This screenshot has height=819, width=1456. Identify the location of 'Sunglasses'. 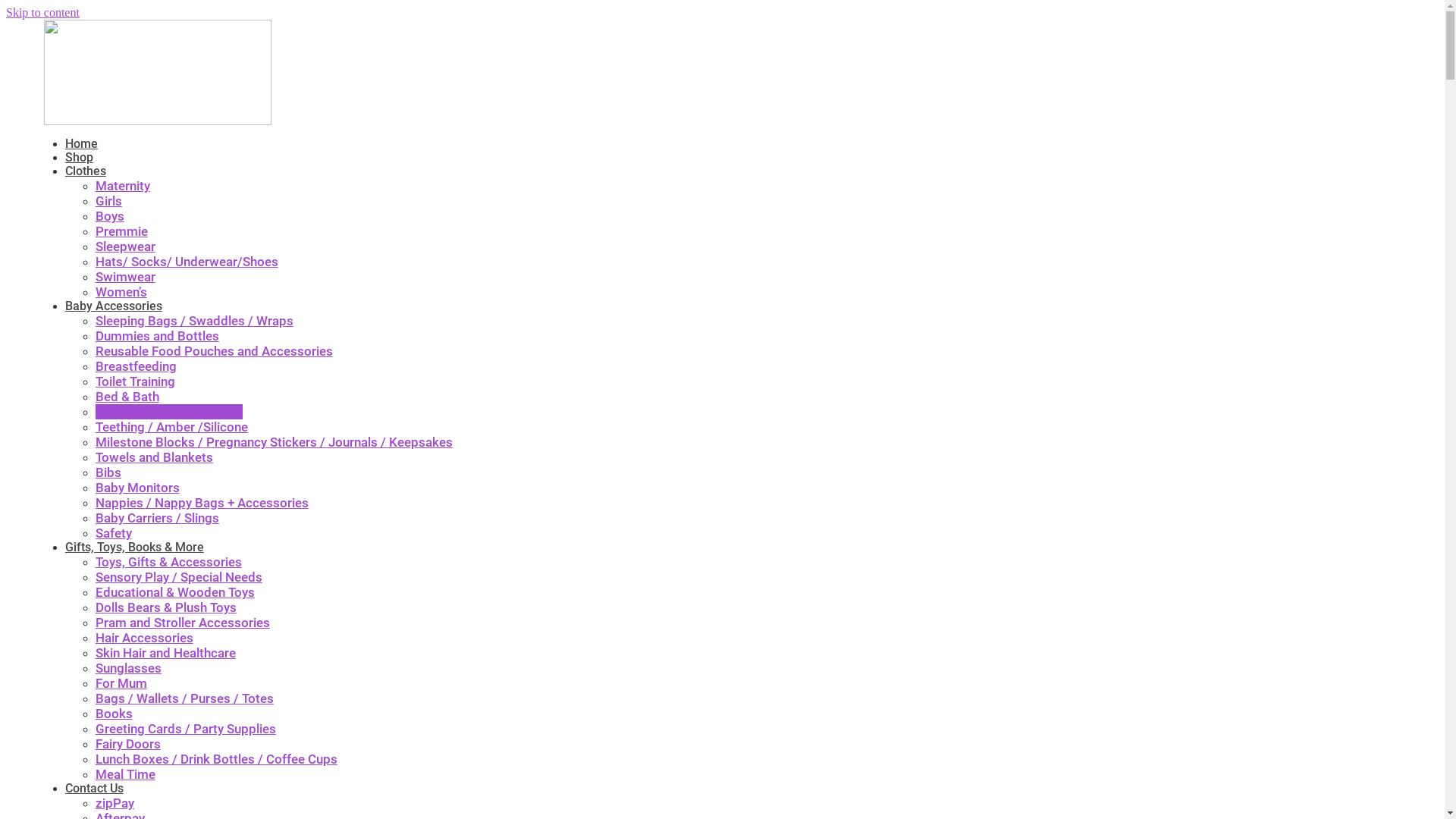
(128, 667).